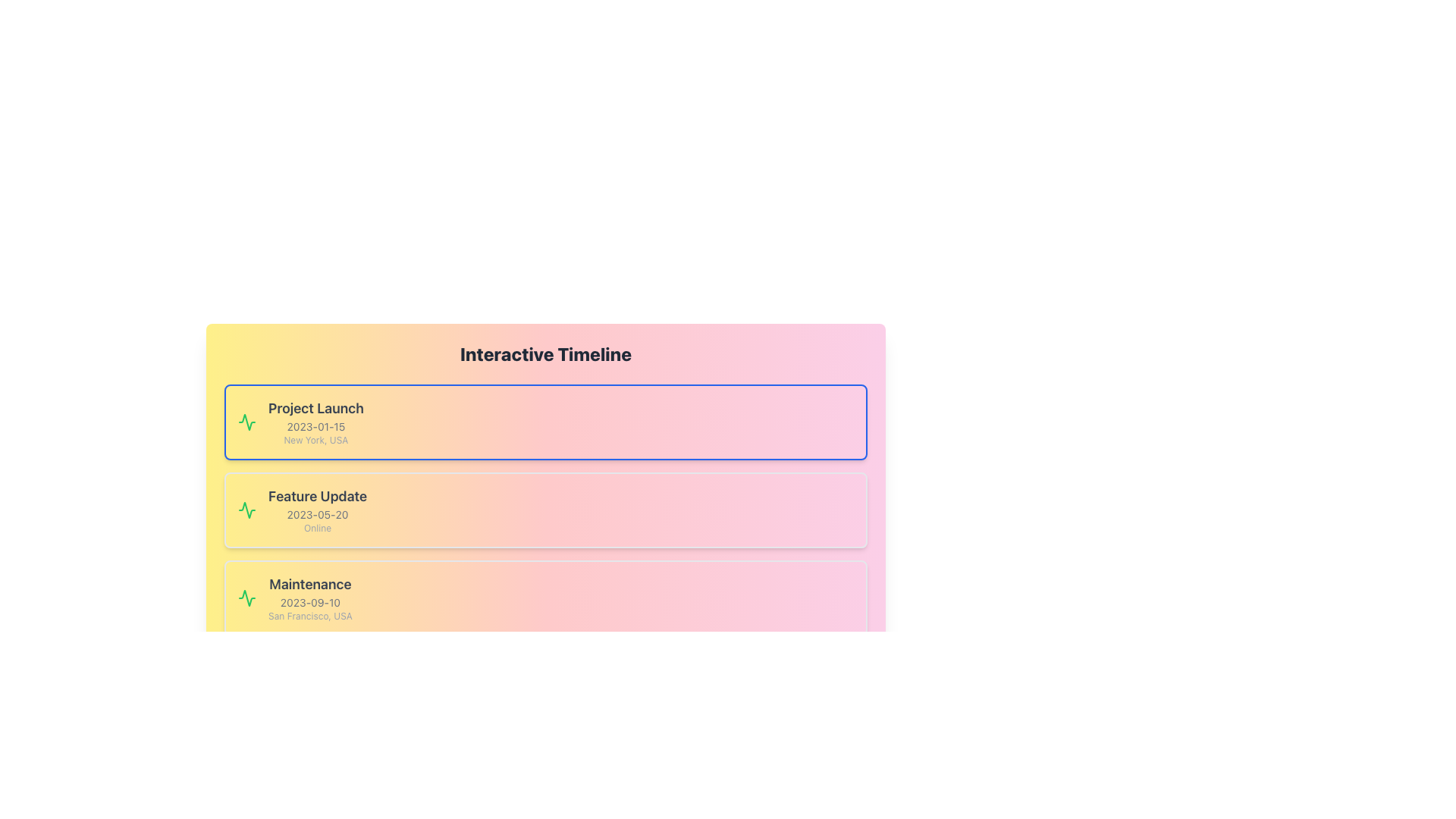 The width and height of the screenshot is (1456, 819). Describe the element at coordinates (317, 510) in the screenshot. I see `the 'Feature Update' text block in the Interactive Timeline section, which contains the date '2023-05-20' and the status 'Online'` at that location.